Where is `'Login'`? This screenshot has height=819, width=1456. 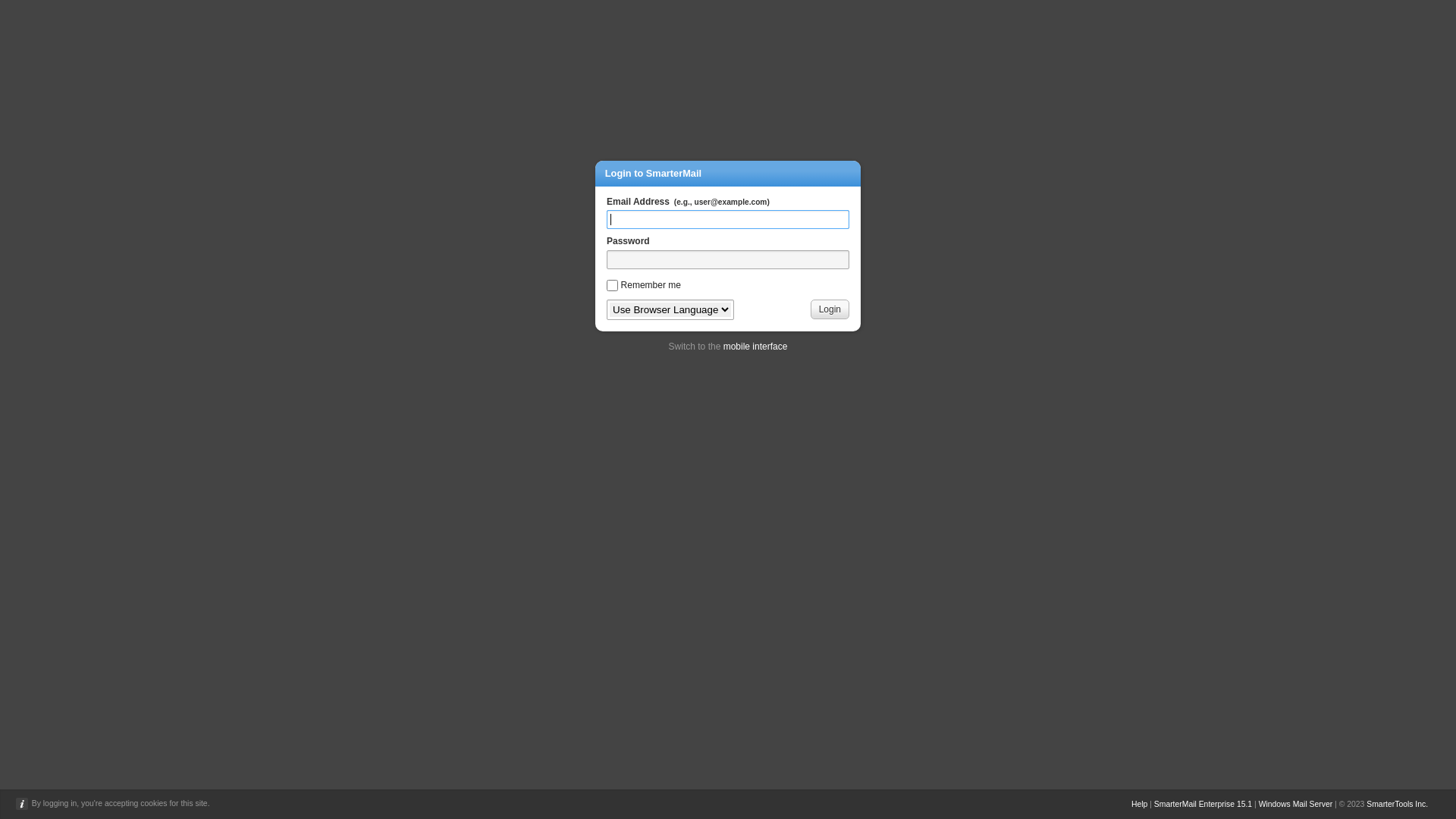 'Login' is located at coordinates (829, 309).